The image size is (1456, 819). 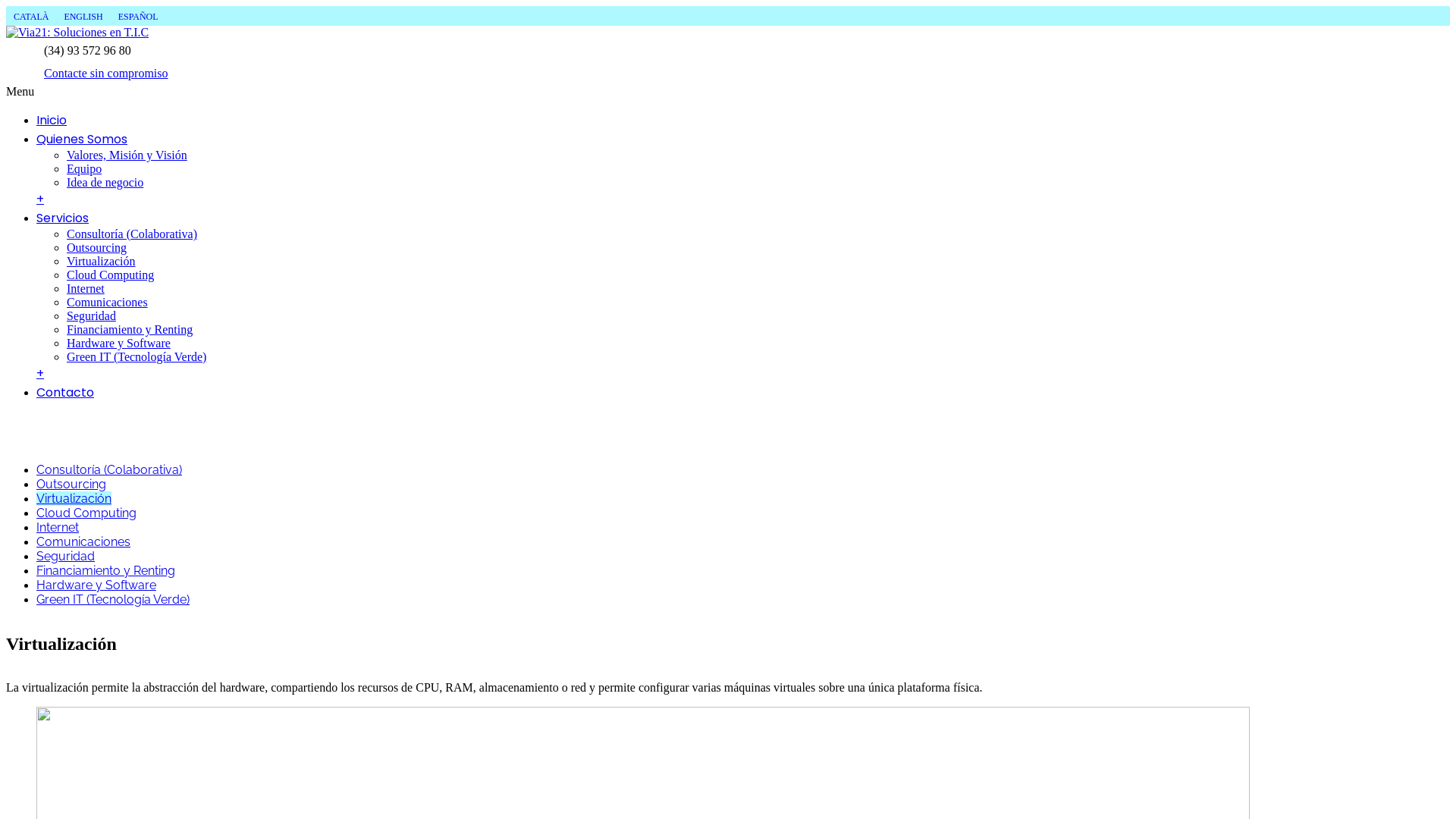 What do you see at coordinates (58, 526) in the screenshot?
I see `'Internet'` at bounding box center [58, 526].